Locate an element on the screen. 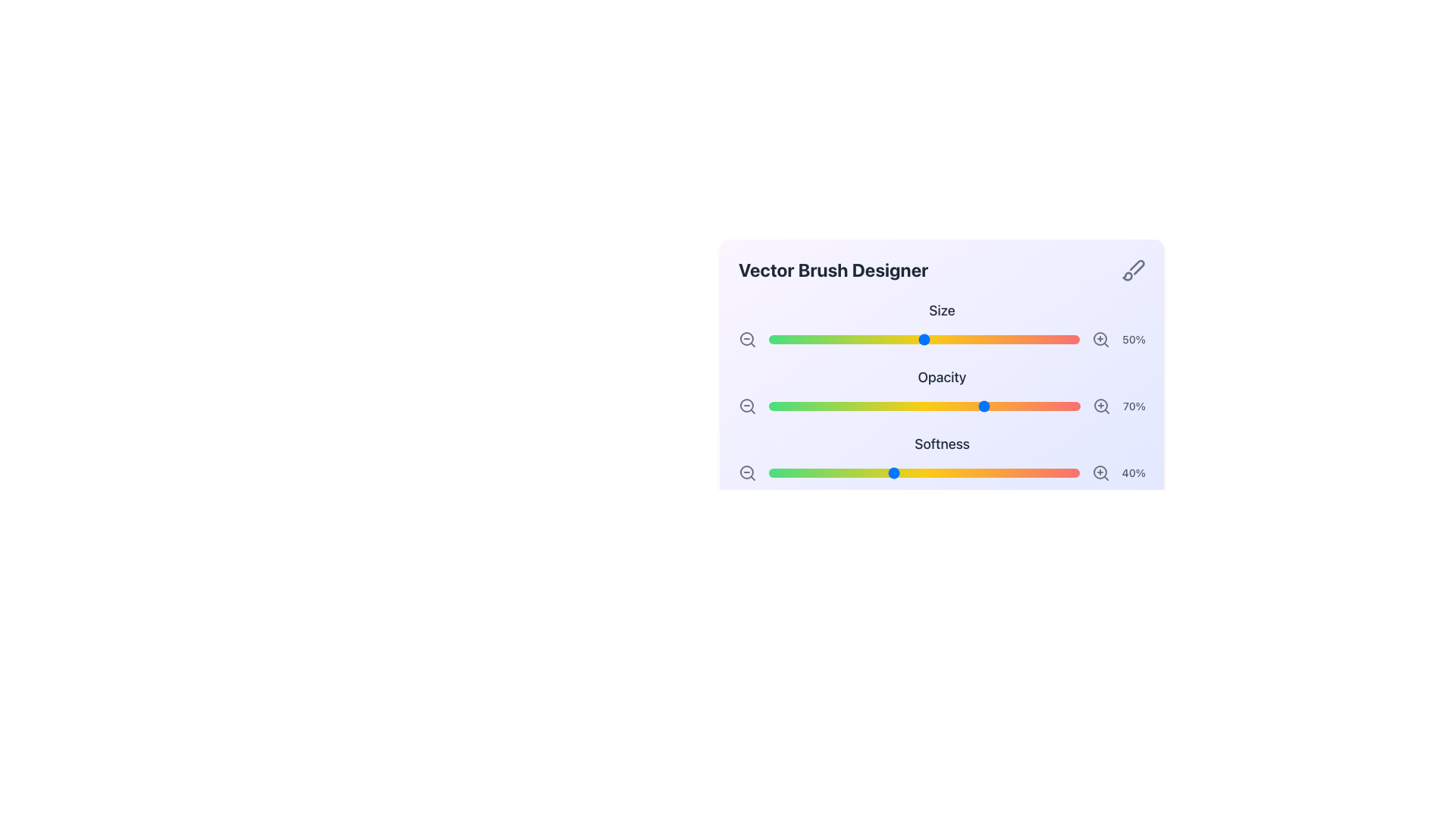  softness is located at coordinates (781, 472).